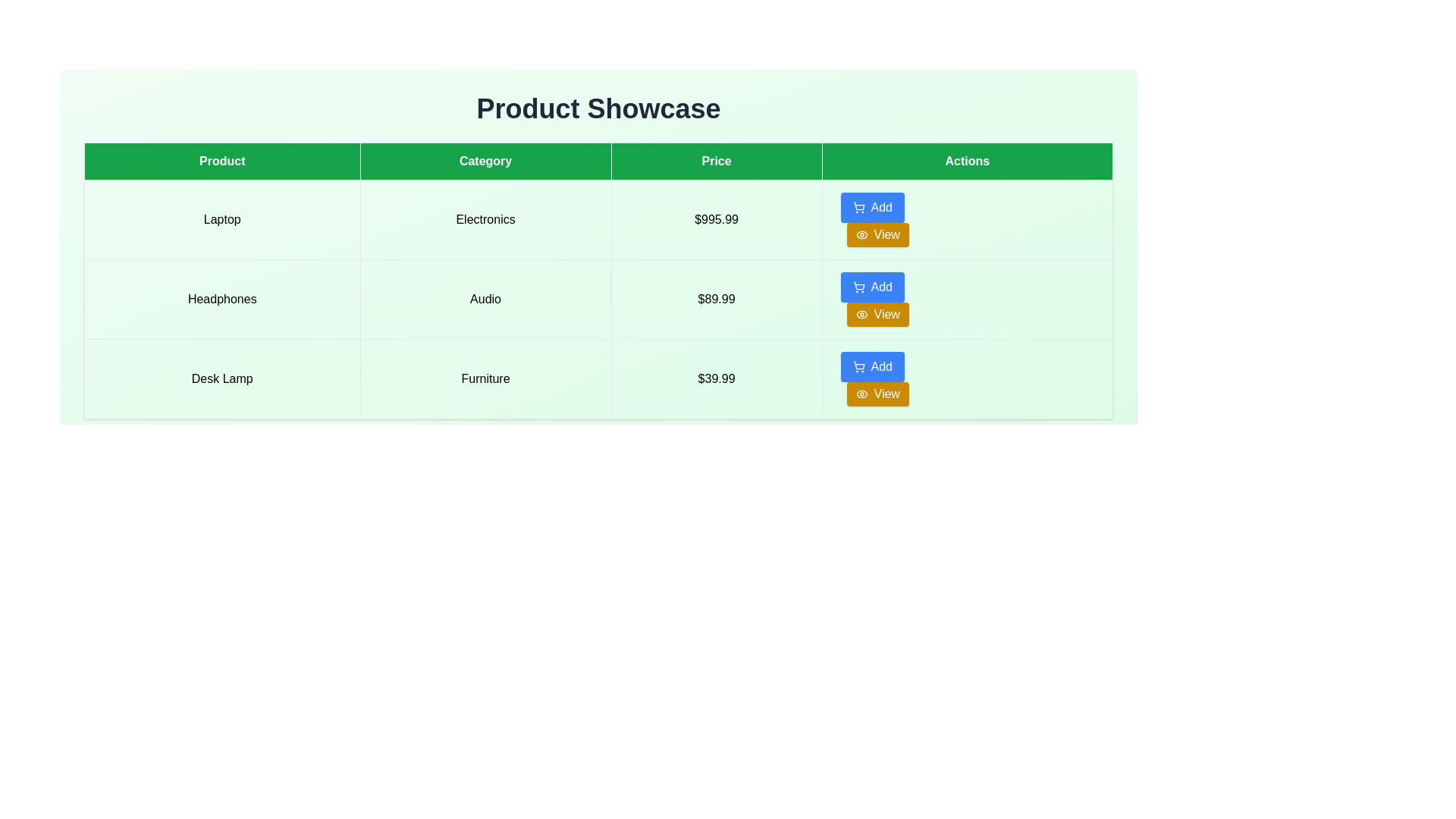  What do you see at coordinates (485, 299) in the screenshot?
I see `the 'Audio' text label, which is centered in a table cell with a green background, located in the second cell of the second row between 'Headphones' and '$89.99'` at bounding box center [485, 299].